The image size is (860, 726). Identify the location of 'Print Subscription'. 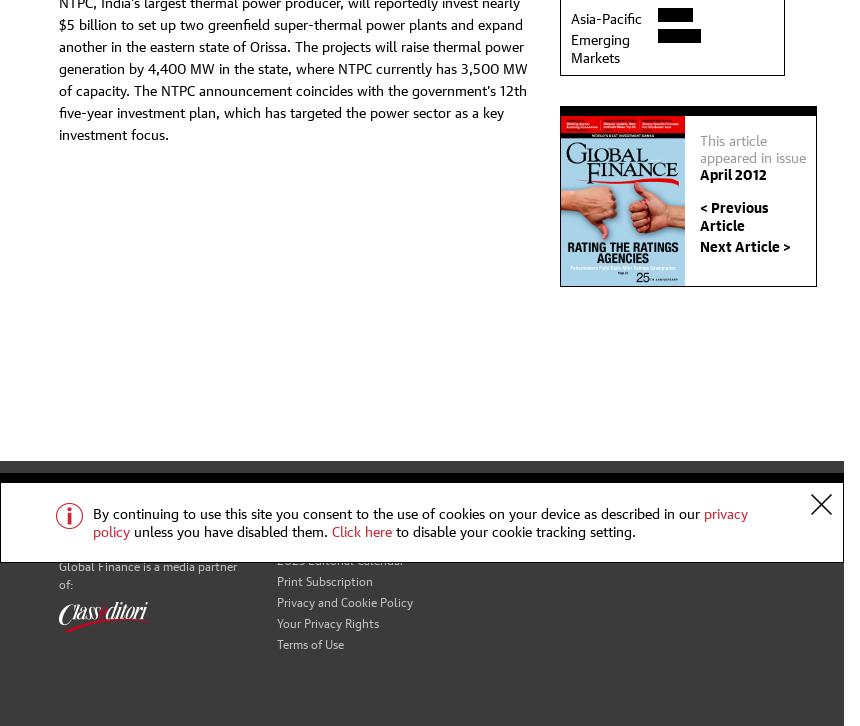
(323, 577).